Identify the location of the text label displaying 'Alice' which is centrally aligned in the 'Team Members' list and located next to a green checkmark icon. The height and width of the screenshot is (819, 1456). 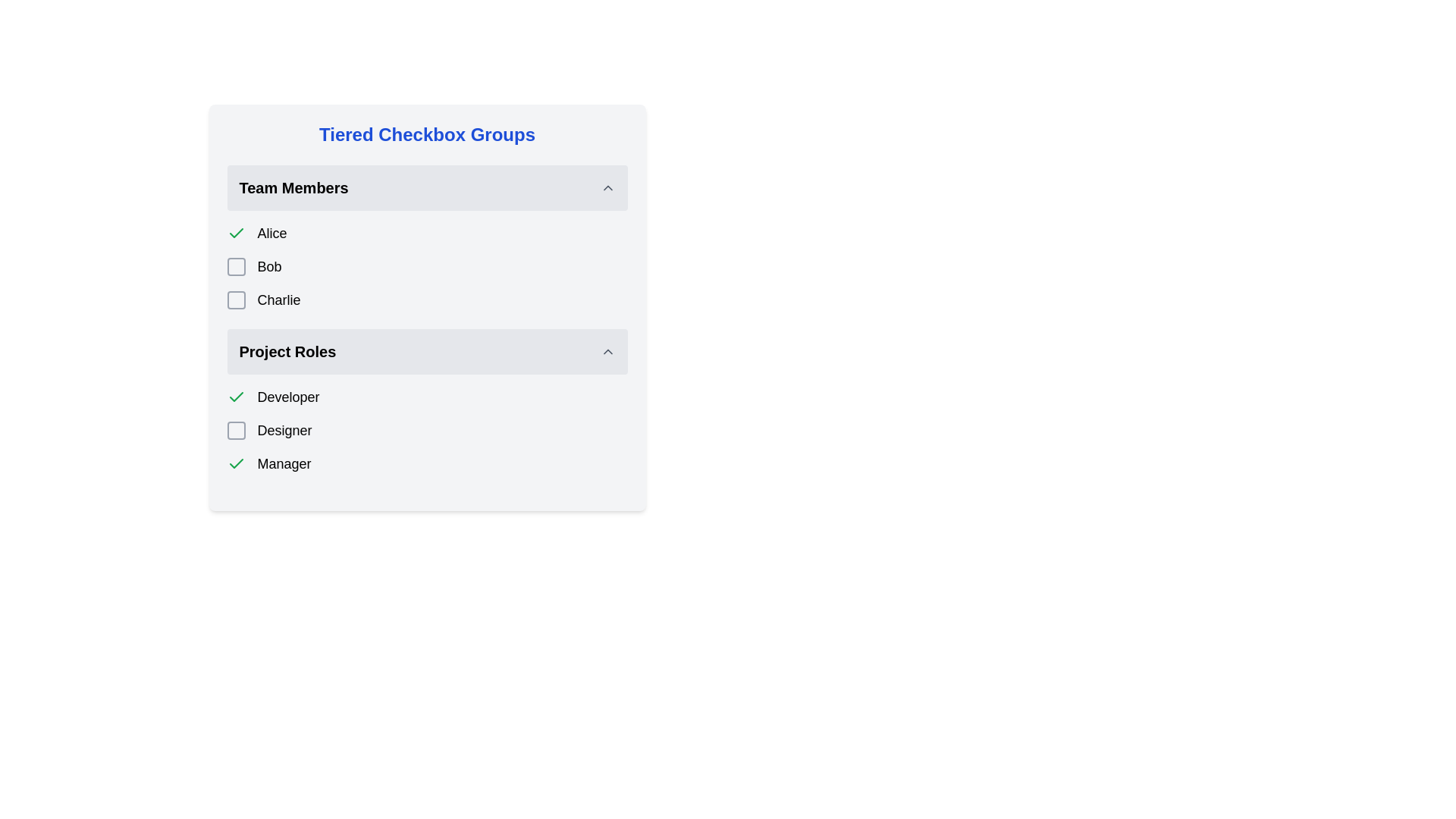
(272, 234).